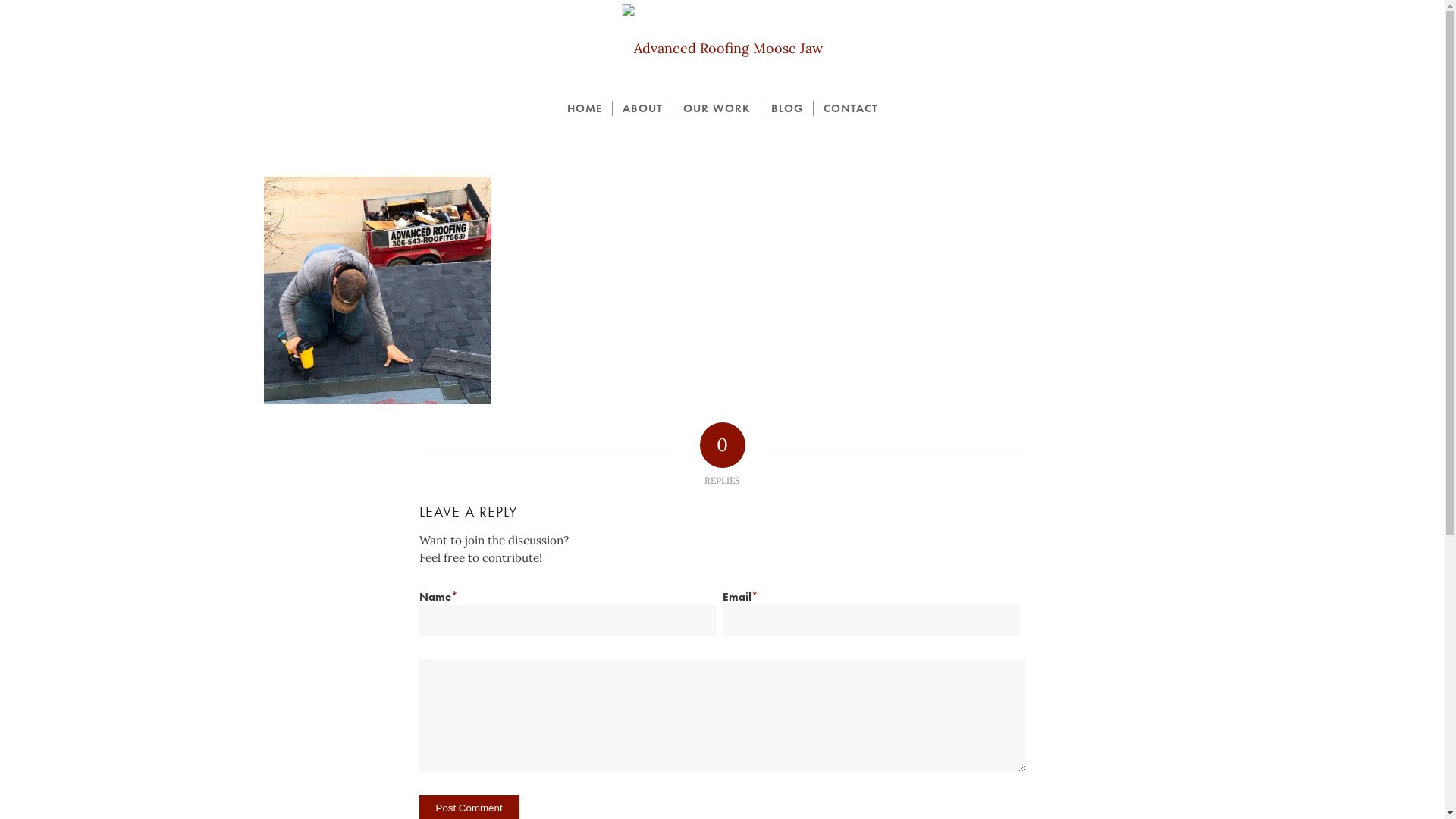 The image size is (1456, 819). I want to click on 'HOME', so click(582, 107).